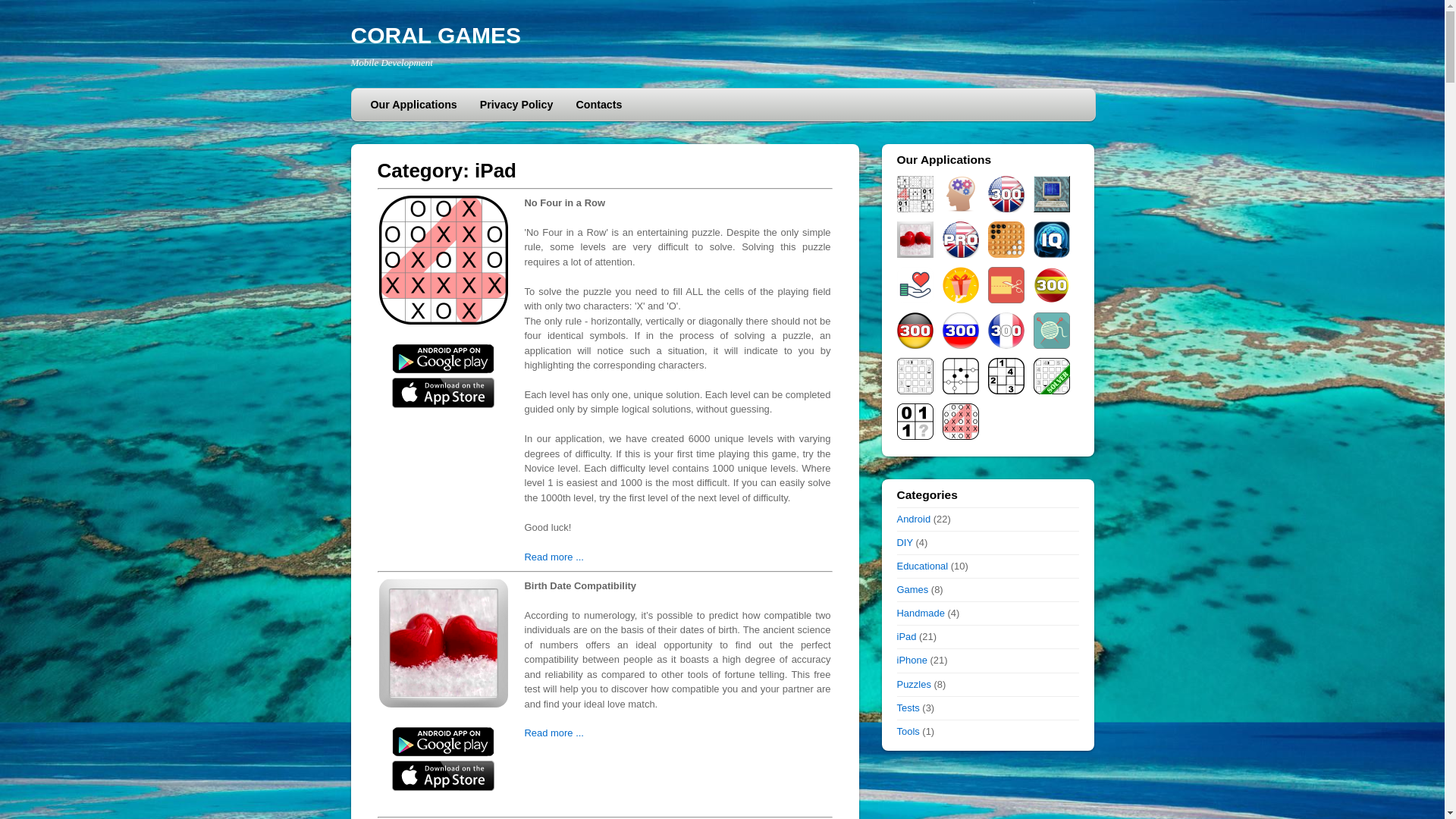  Describe the element at coordinates (598, 104) in the screenshot. I see `'Contacts'` at that location.